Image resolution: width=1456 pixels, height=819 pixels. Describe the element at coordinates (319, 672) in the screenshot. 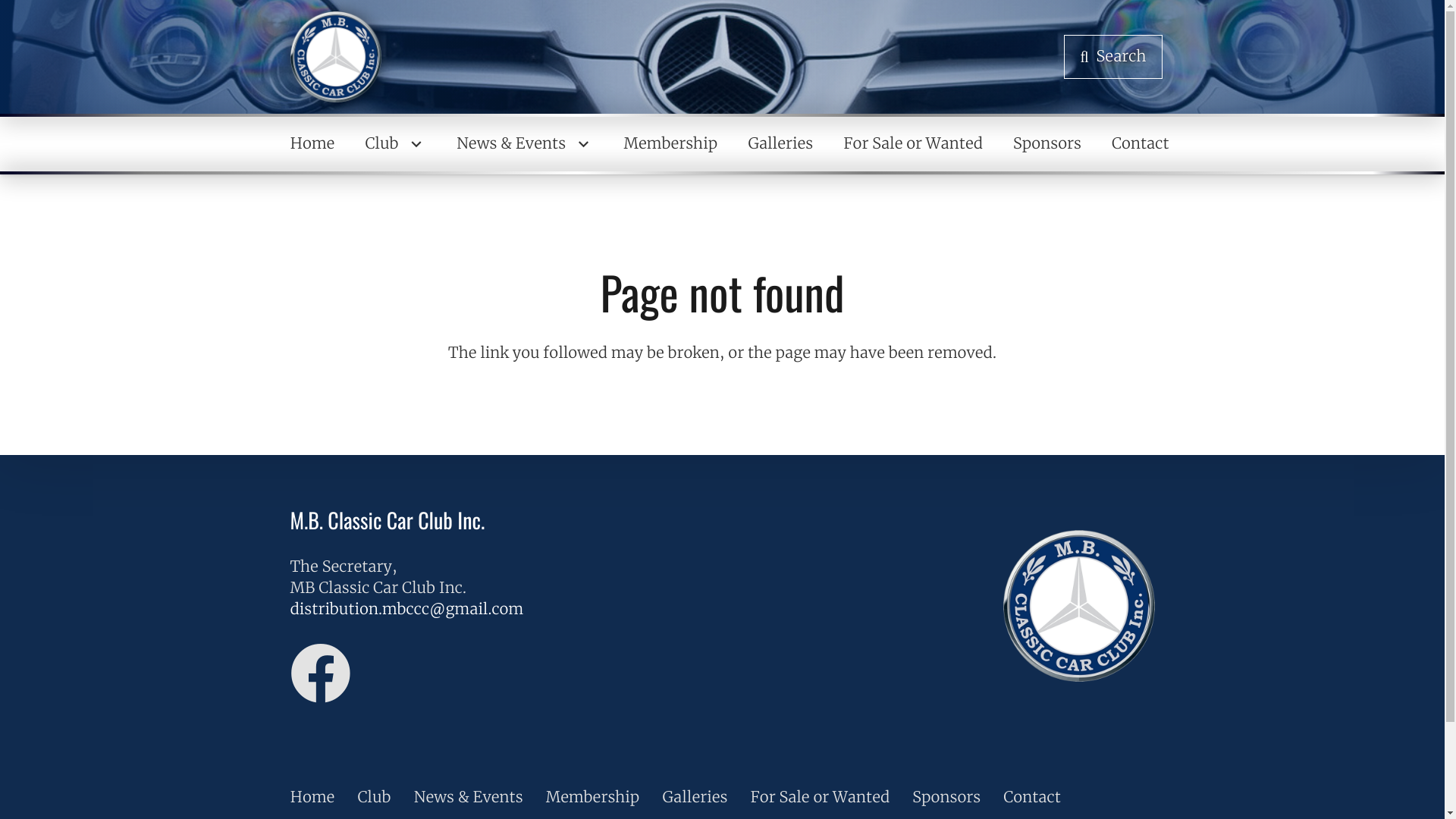

I see `'Facebook'` at that location.